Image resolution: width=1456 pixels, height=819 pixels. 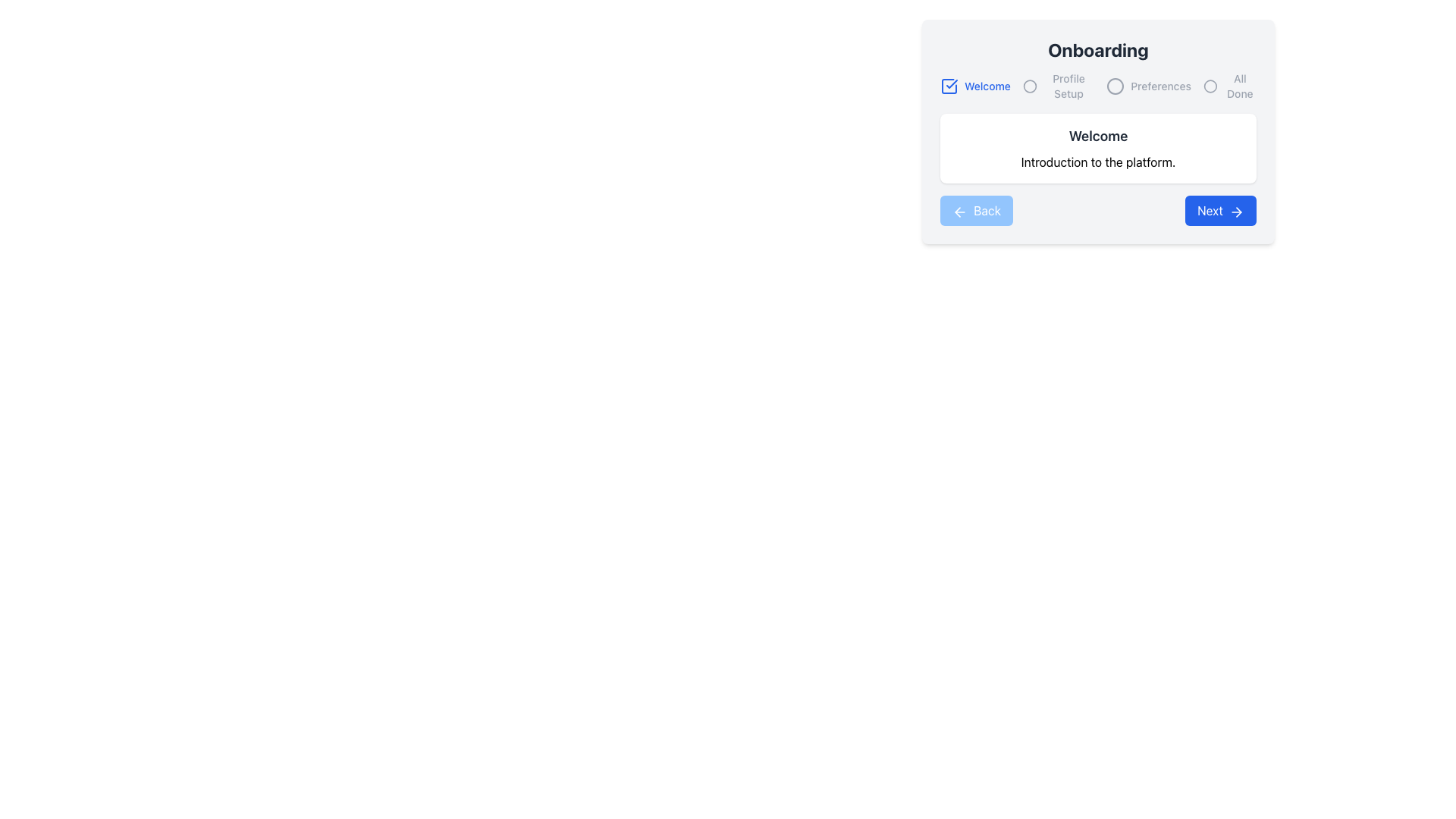 I want to click on the current state of the onboarding step icon located between the 'Welcome' and 'Preferences' steps in the navigation bar, so click(x=1030, y=86).